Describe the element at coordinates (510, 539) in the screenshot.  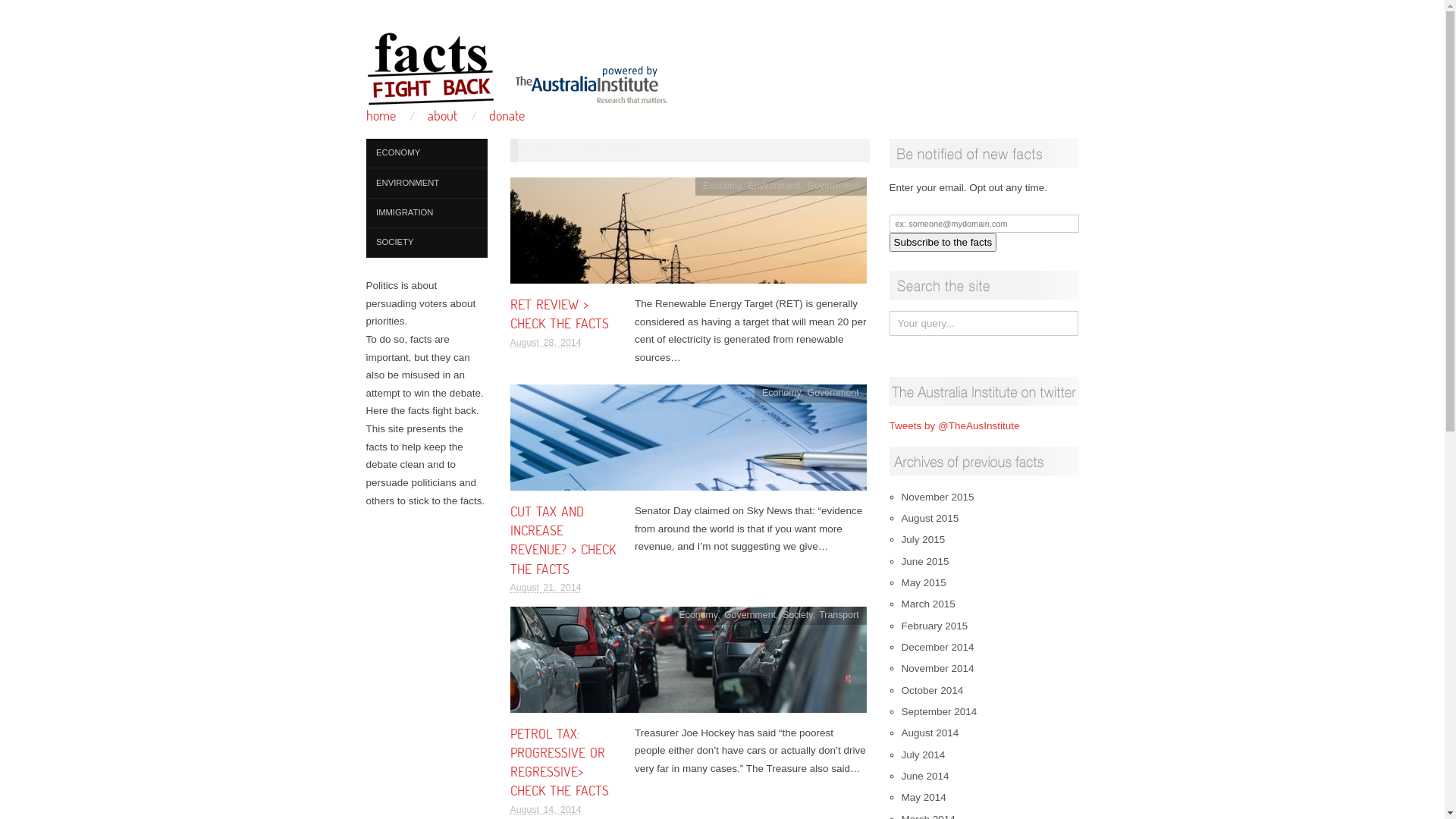
I see `'CUT TAX AND INCREASE REVENUE? > CHECK THE FACTS'` at that location.